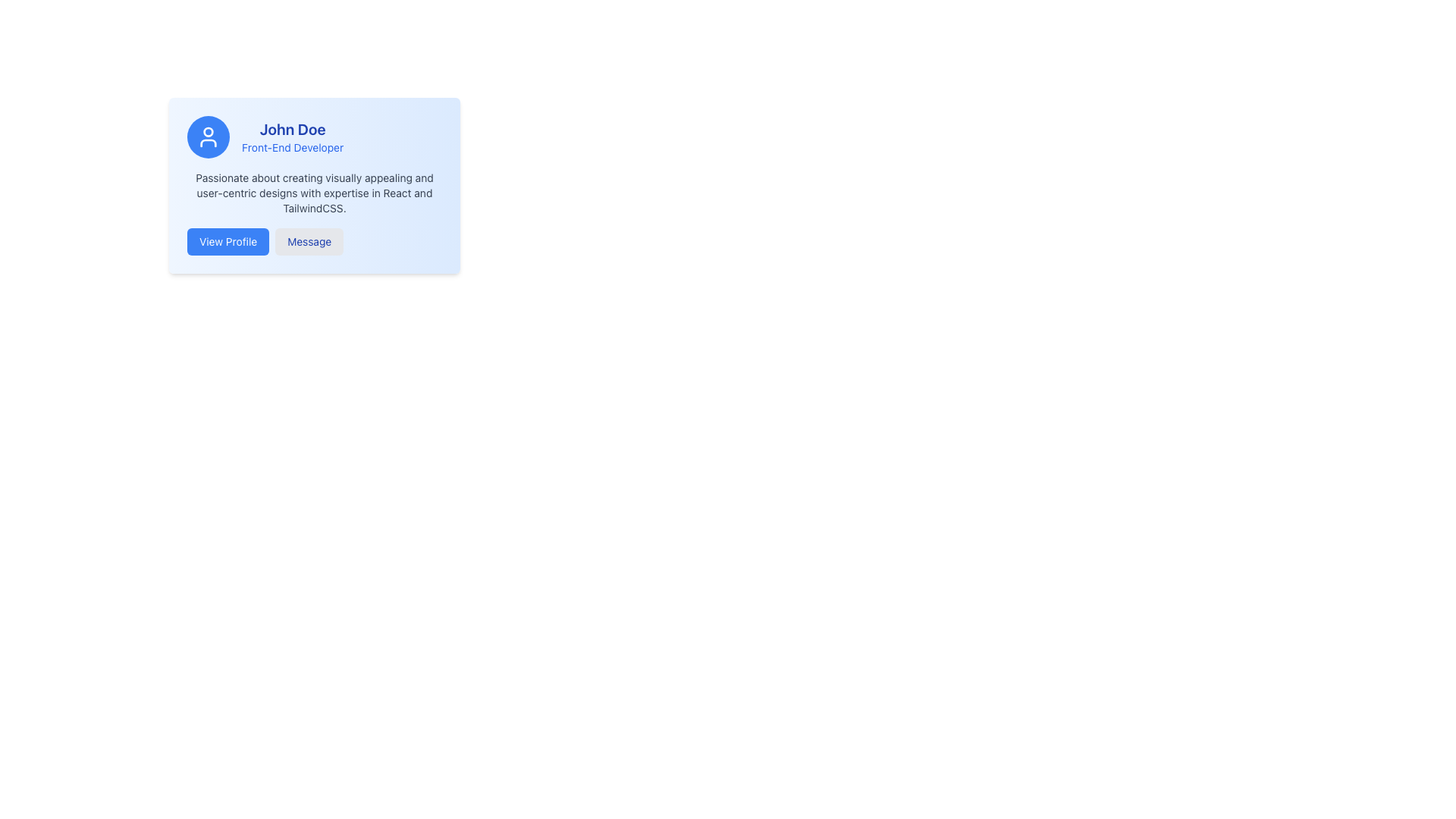 The image size is (1456, 819). I want to click on the graphical icon component located in the bottom half of the profile icon by clicking on its center, so click(207, 143).